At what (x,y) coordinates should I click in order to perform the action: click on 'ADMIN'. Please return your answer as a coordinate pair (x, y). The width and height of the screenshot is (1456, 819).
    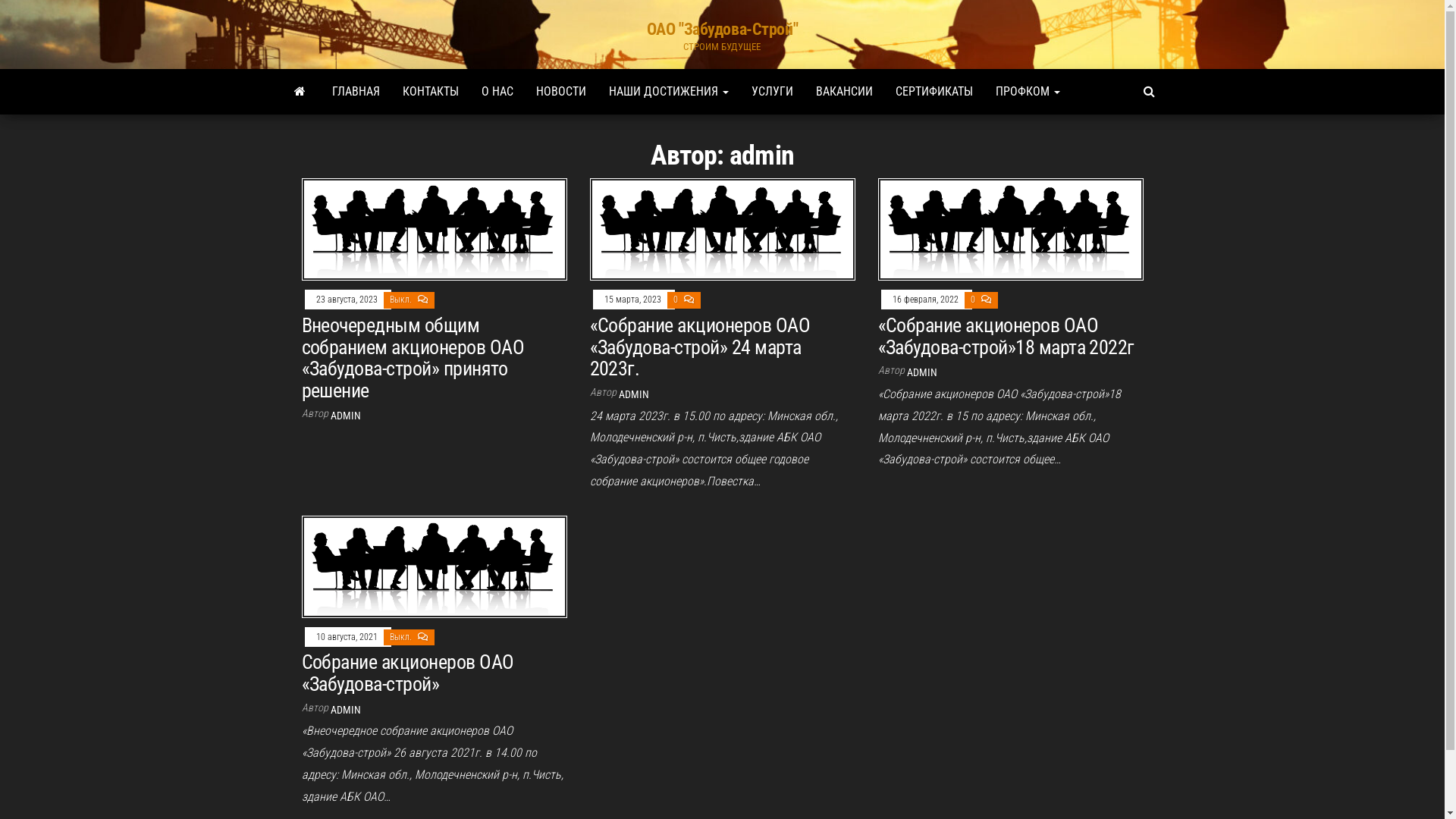
    Looking at the image, I should click on (906, 372).